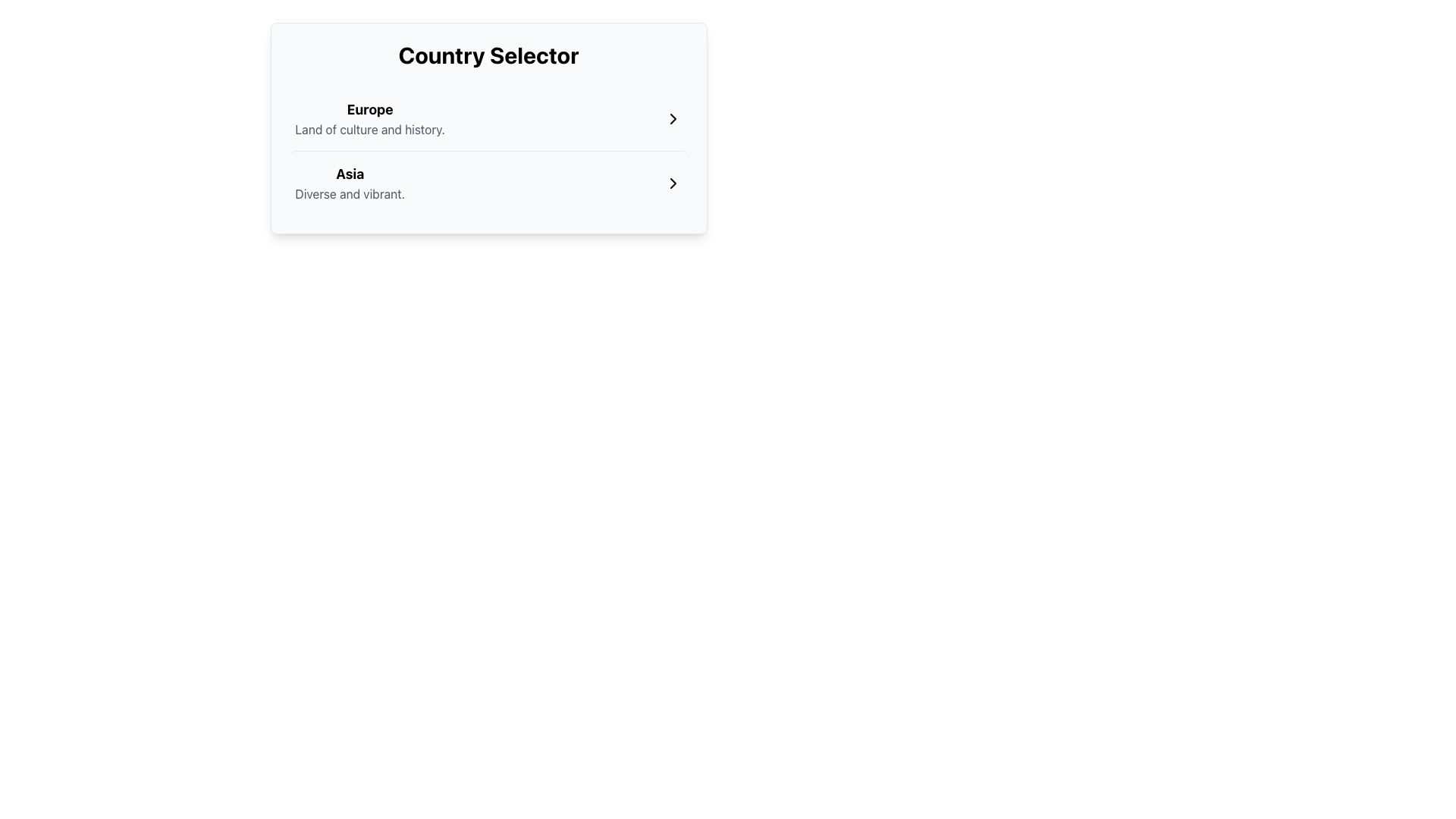 Image resolution: width=1456 pixels, height=819 pixels. I want to click on the bold 'Country Selector' header text, which is centrally aligned at the top of the card-like component displaying the list of countries, so click(488, 55).